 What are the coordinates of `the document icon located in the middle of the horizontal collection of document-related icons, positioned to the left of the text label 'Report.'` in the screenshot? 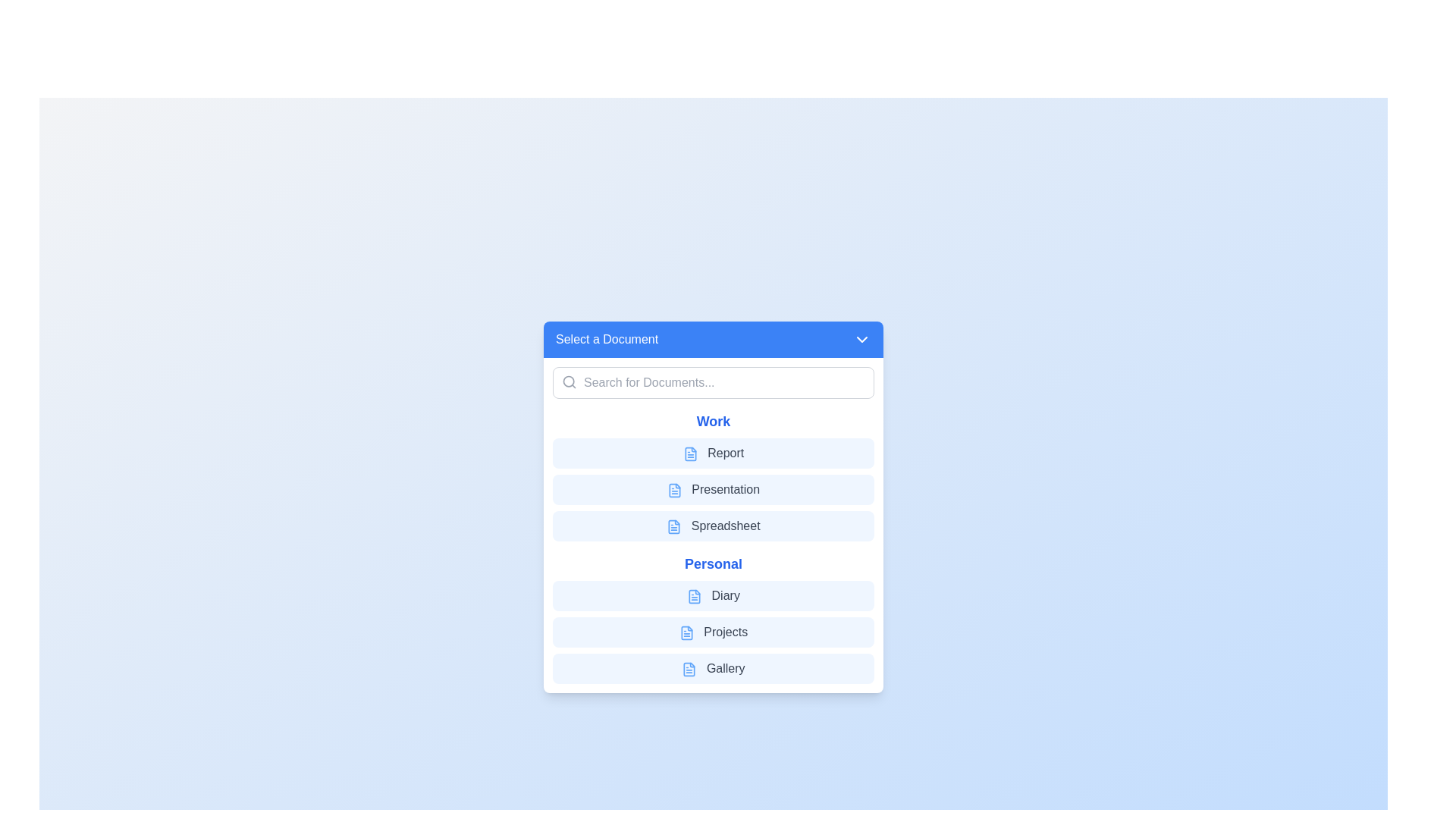 It's located at (689, 453).